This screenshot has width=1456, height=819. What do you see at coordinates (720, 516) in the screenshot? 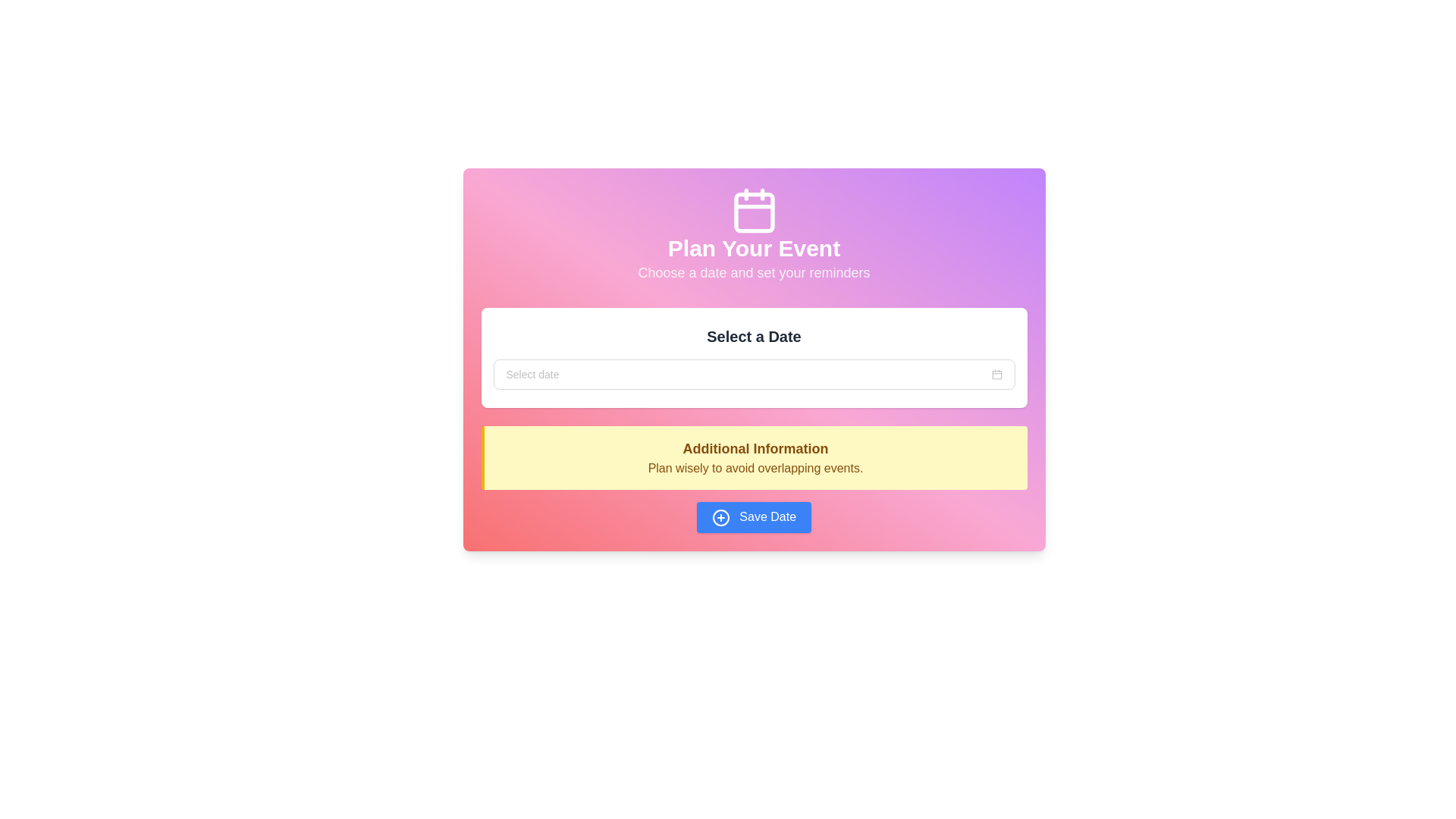
I see `the icon with a plus symbol located to the left of the 'Save Date' text within a blue button at the center bottom of the interface` at bounding box center [720, 516].